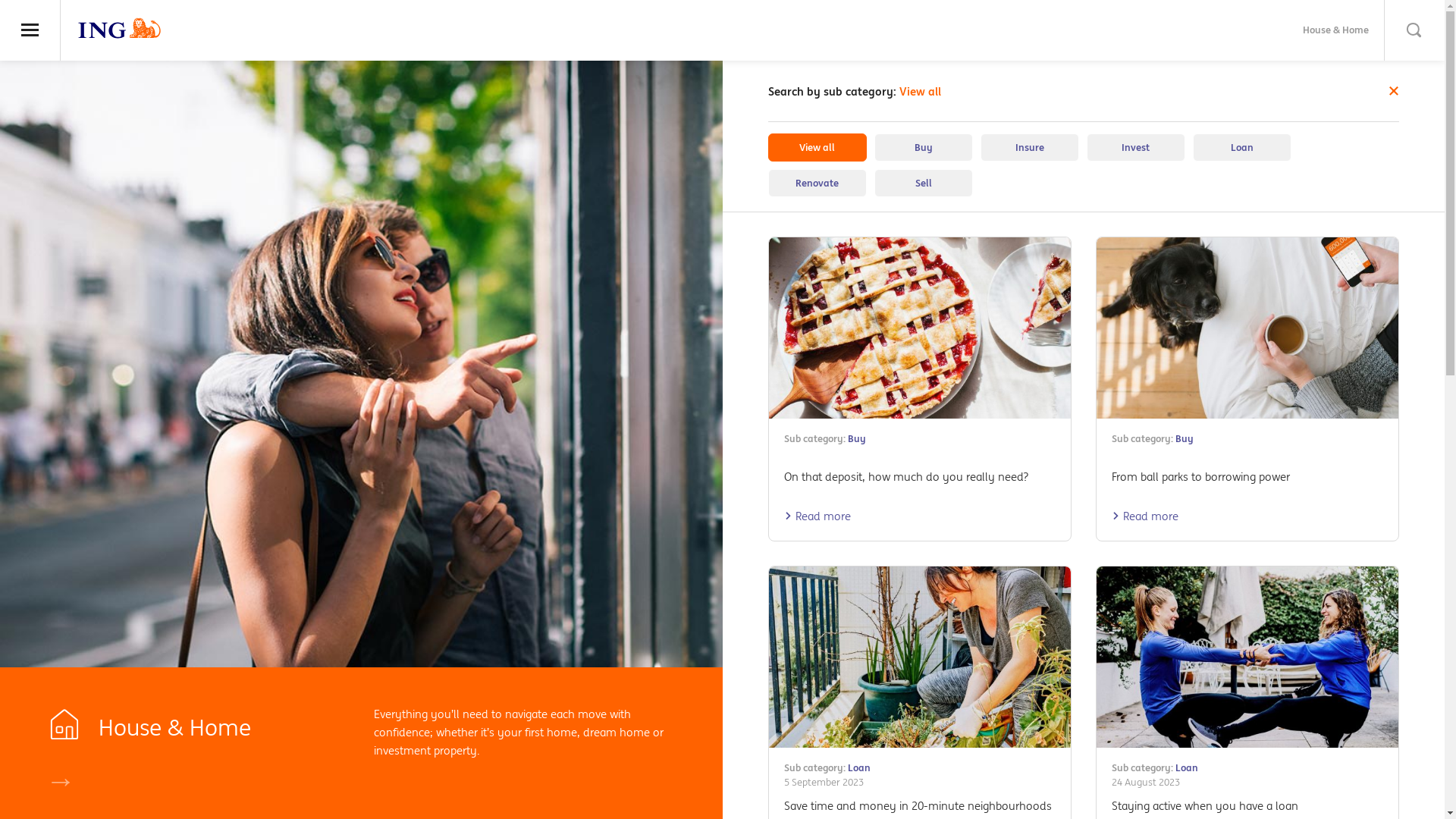  Describe the element at coordinates (815, 182) in the screenshot. I see `'Renovate'` at that location.